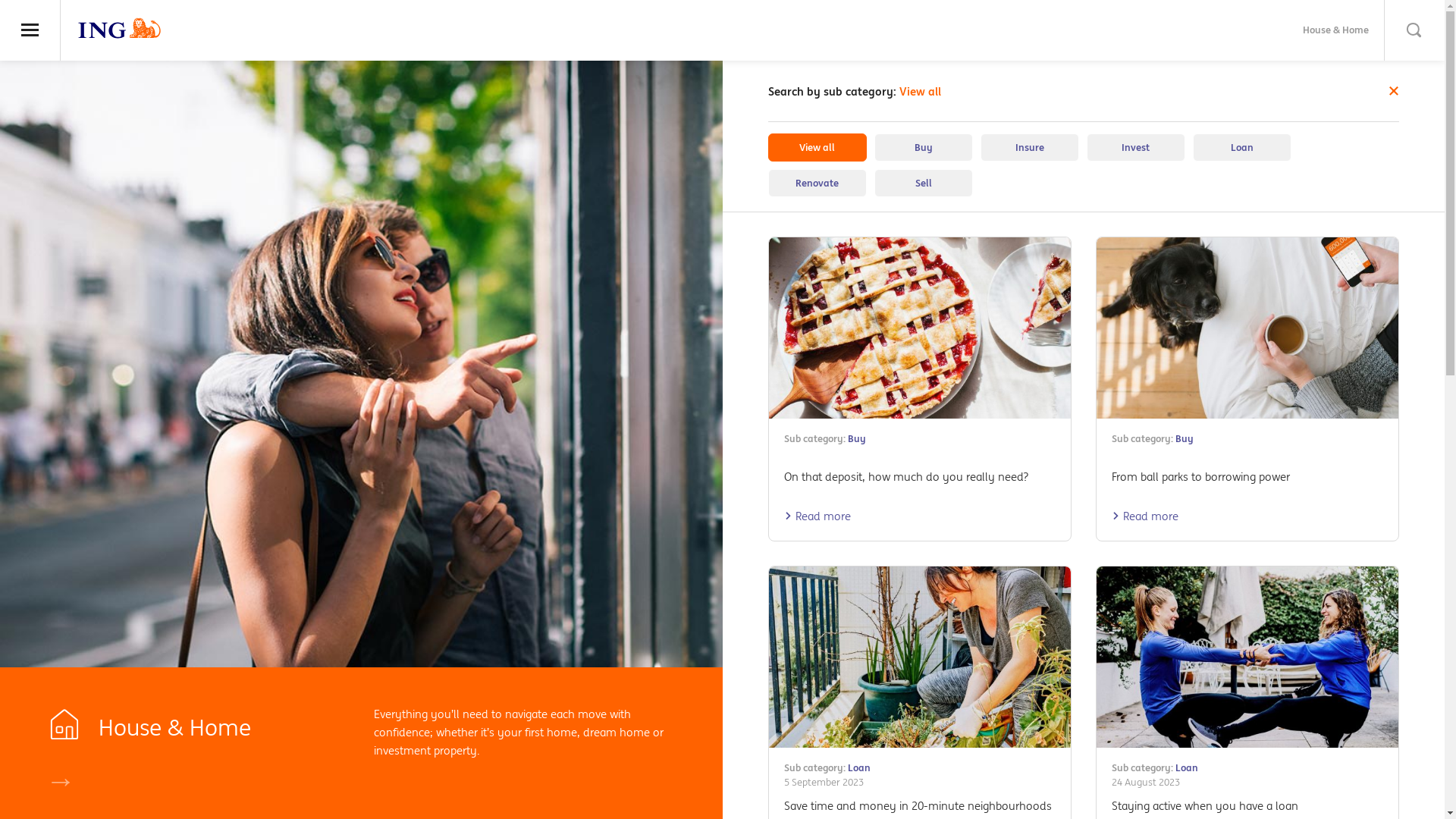  Describe the element at coordinates (815, 182) in the screenshot. I see `'Renovate'` at that location.